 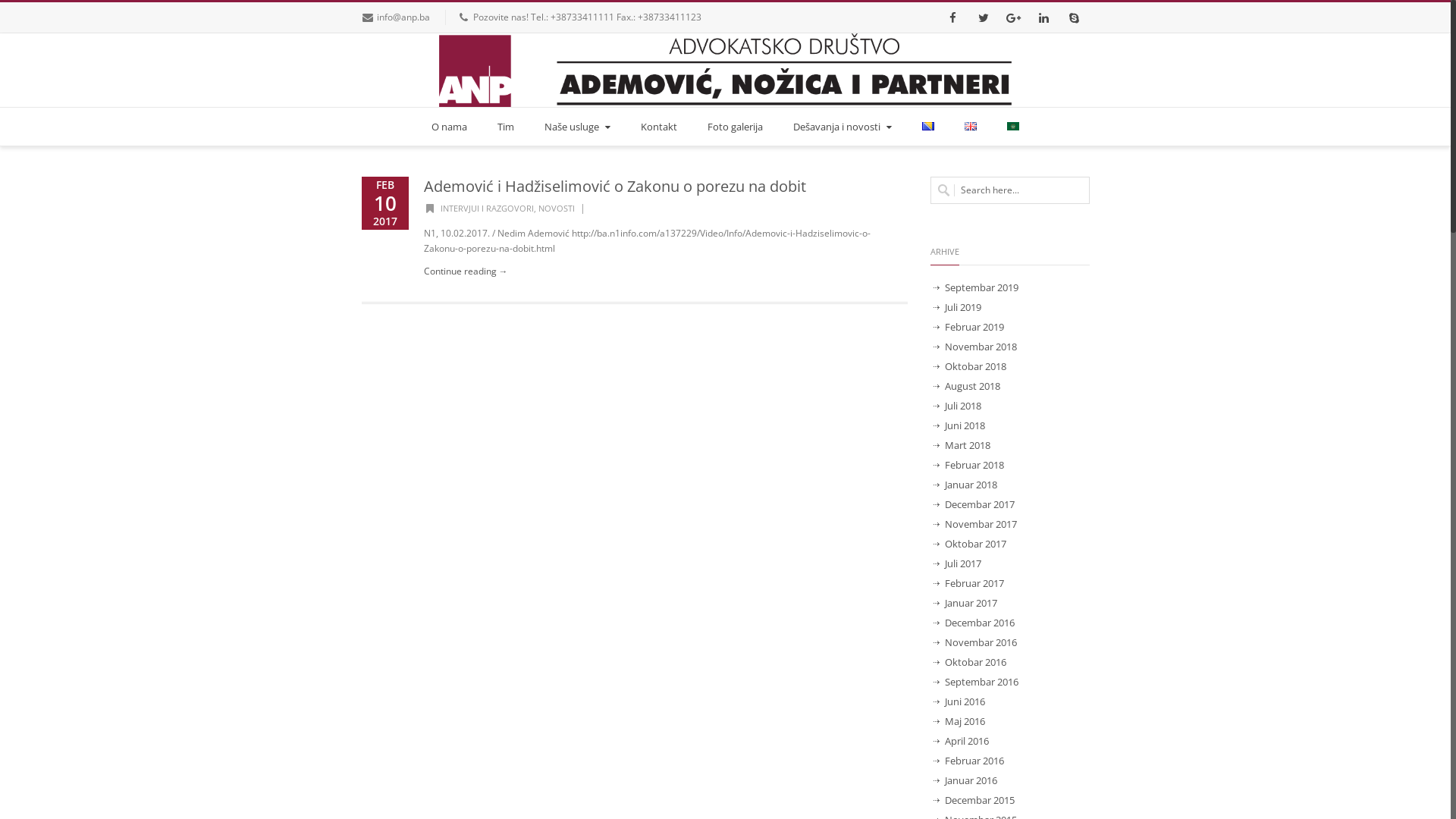 I want to click on 'Decembar 2015', so click(x=931, y=799).